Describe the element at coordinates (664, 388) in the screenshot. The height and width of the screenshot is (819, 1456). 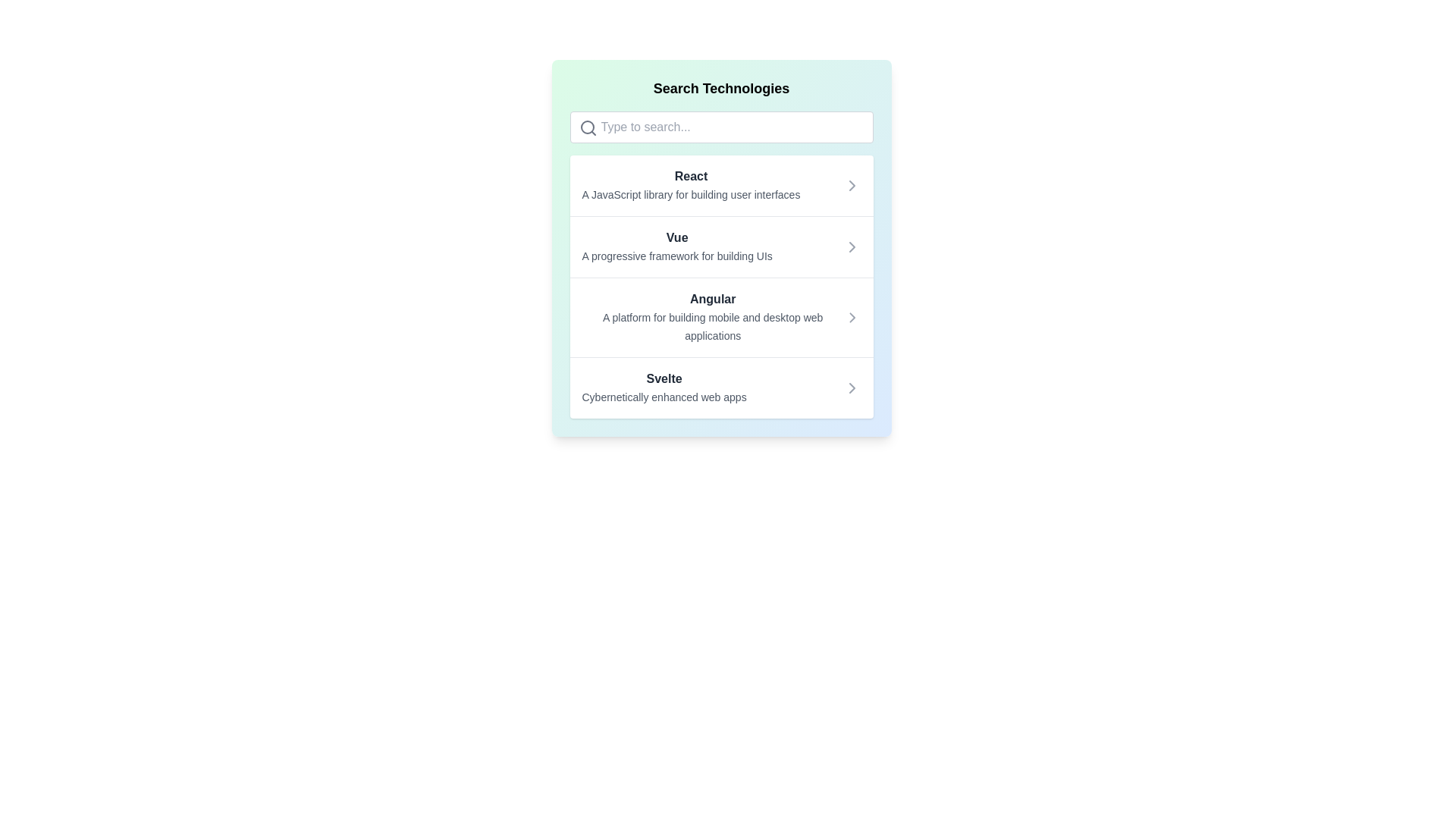
I see `the list item labeled 'Svelte' which describes 'Cybernetically enhanced web apps'` at that location.